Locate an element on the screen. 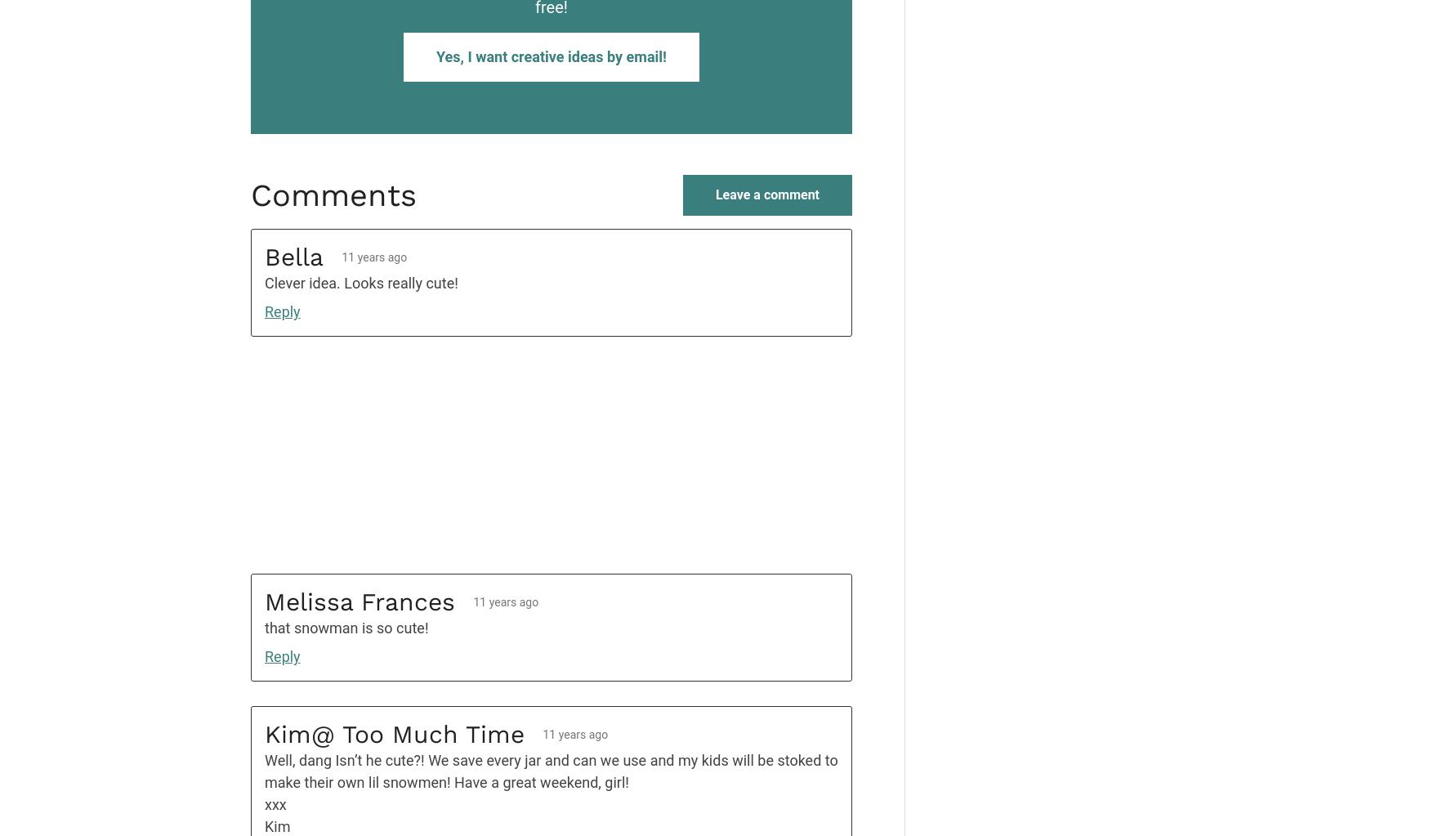  'Well, dang Isn’t he cute?! We save every jar and can we use and my kids will be stoked to make their own lil snowmen! Have a great weekend, girl!' is located at coordinates (550, 771).